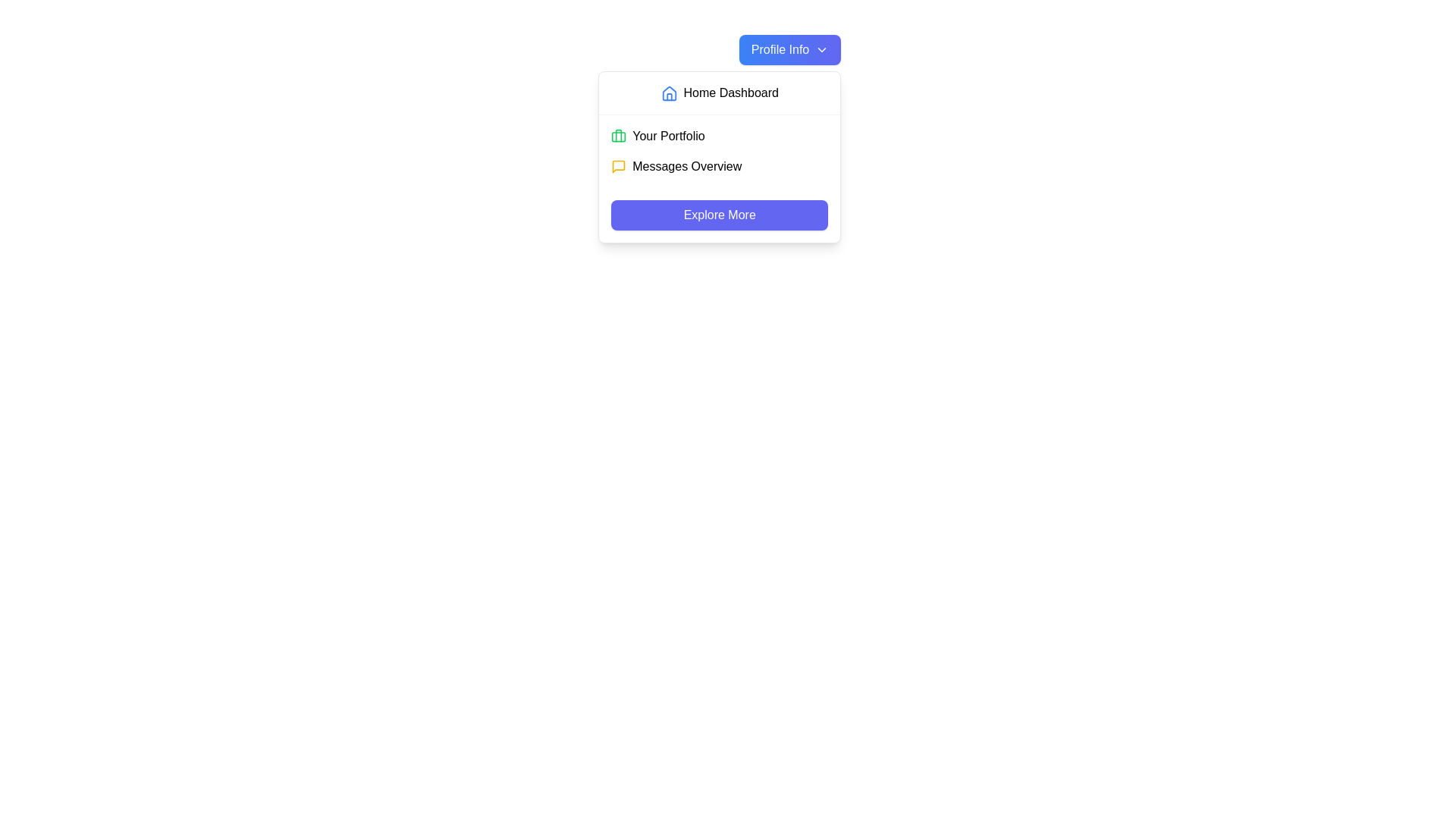  Describe the element at coordinates (619, 136) in the screenshot. I see `the green briefcase icon located to the left of the 'Your Portfolio' text in the dropdown menu` at that location.